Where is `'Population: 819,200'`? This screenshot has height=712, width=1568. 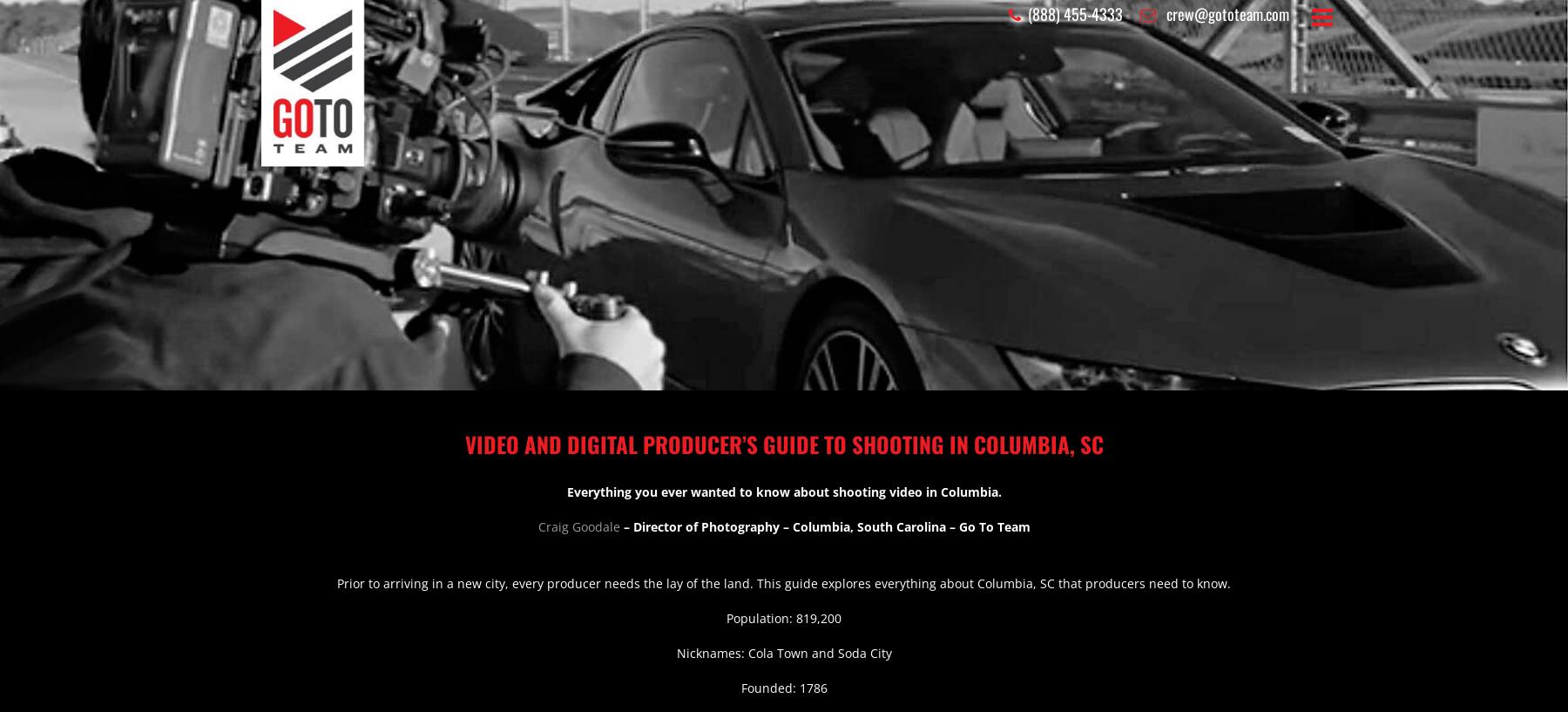
'Population: 819,200' is located at coordinates (726, 617).